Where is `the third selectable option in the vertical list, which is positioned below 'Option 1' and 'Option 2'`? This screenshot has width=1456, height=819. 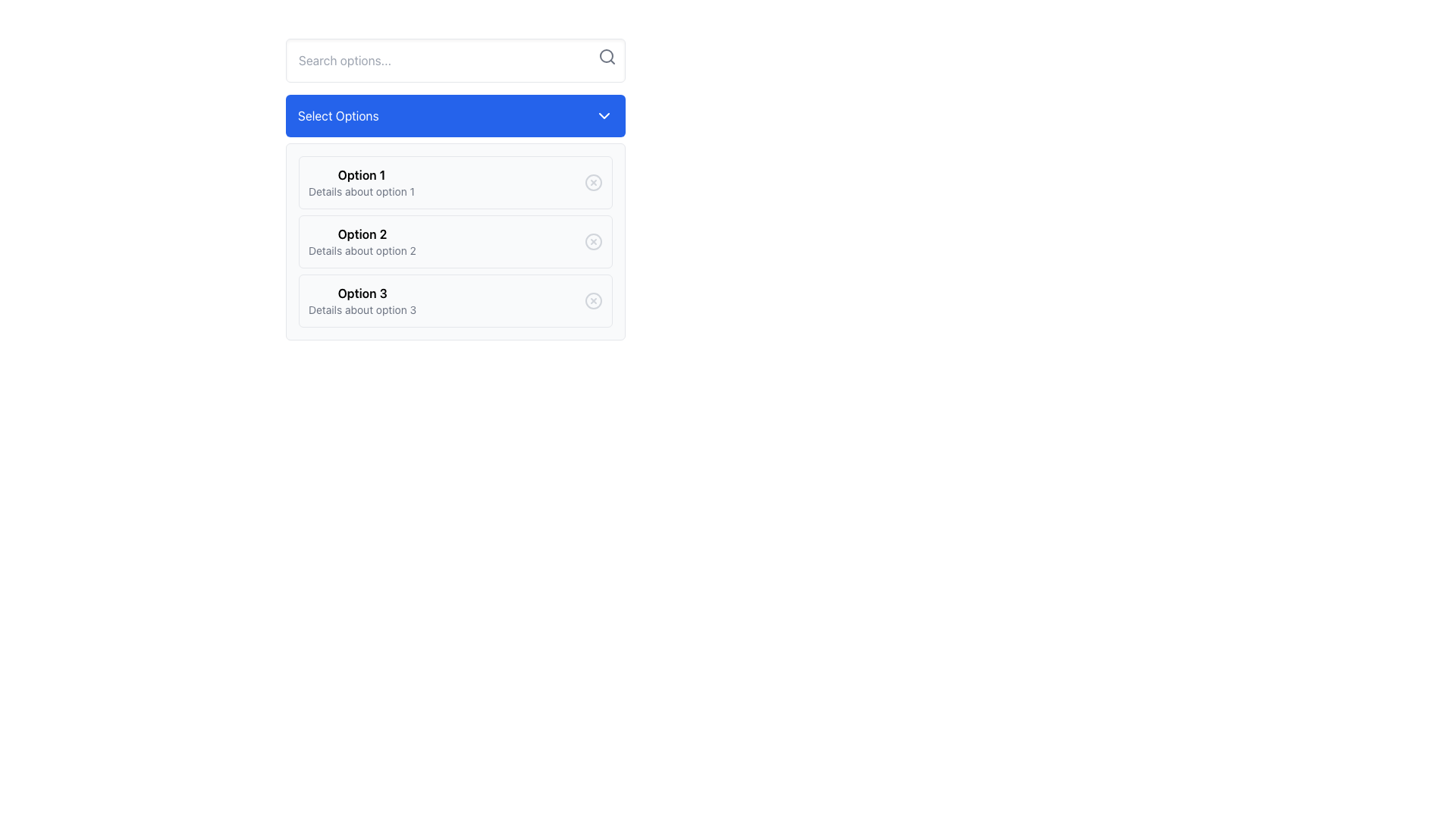
the third selectable option in the vertical list, which is positioned below 'Option 1' and 'Option 2' is located at coordinates (362, 301).